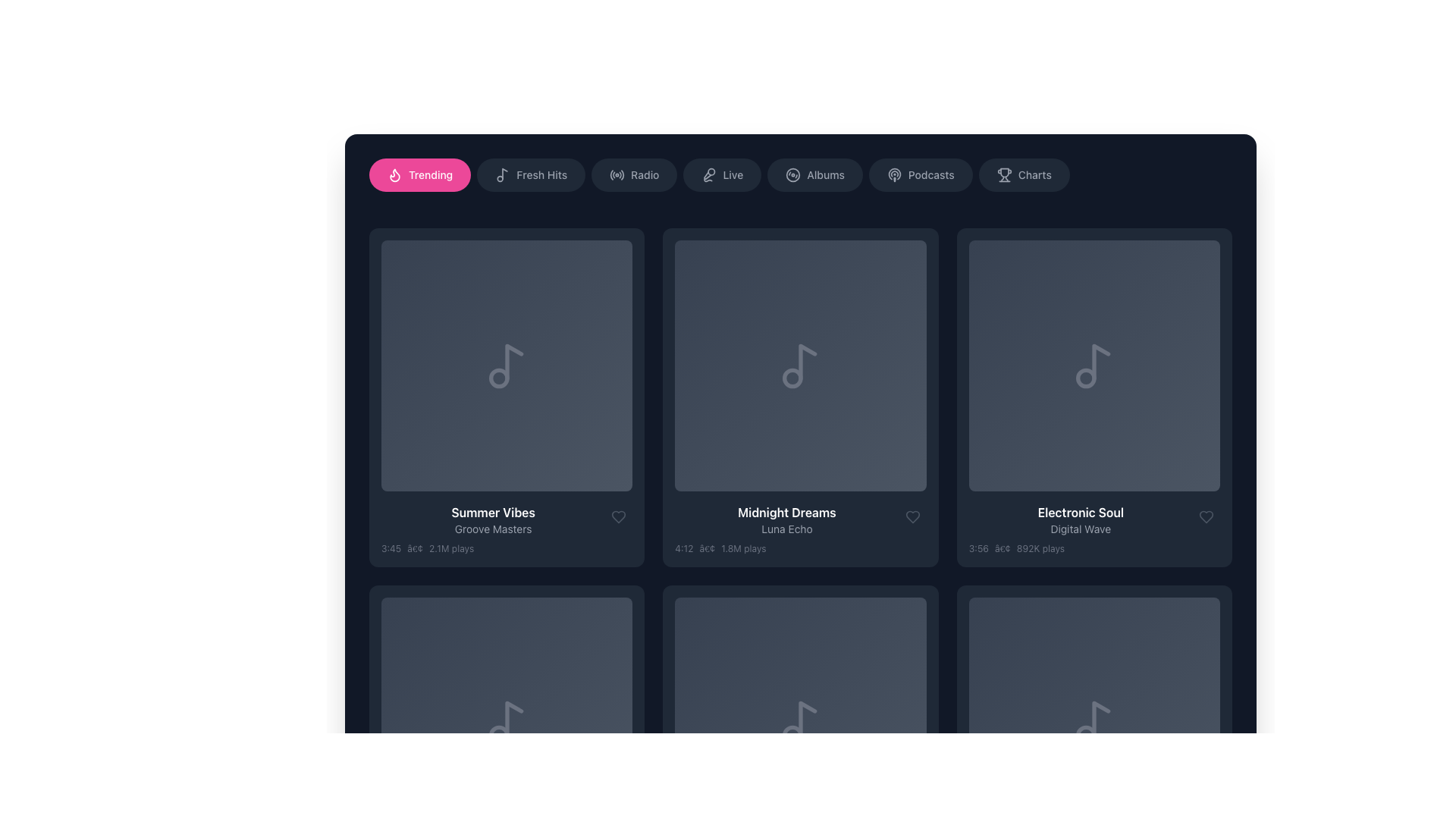 The image size is (1456, 819). I want to click on the static text label displaying 'Live' in a medium-weight sans-serif font, which is styled in white on a dark background and located in the horizontal navigation bar at the top of the interface, so click(733, 174).